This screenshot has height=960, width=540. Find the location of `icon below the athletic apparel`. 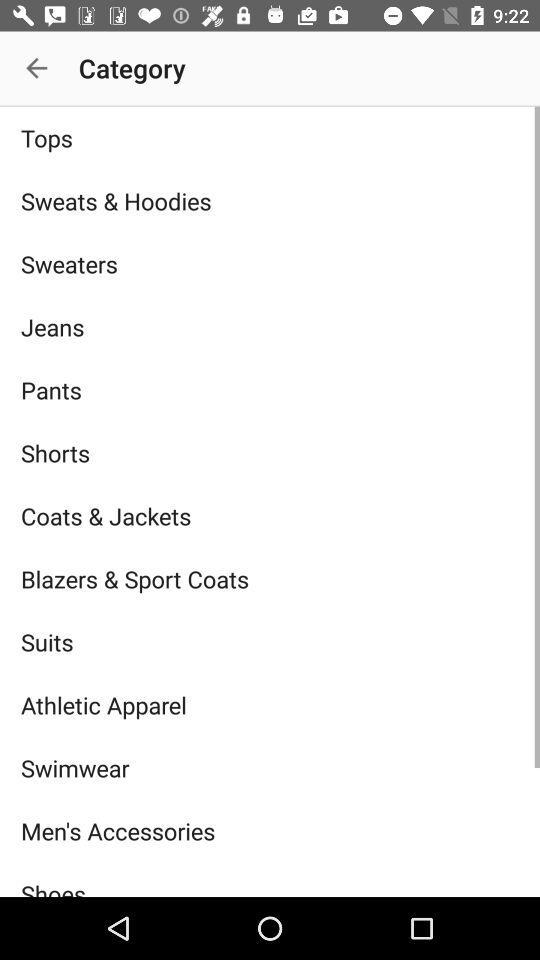

icon below the athletic apparel is located at coordinates (270, 767).